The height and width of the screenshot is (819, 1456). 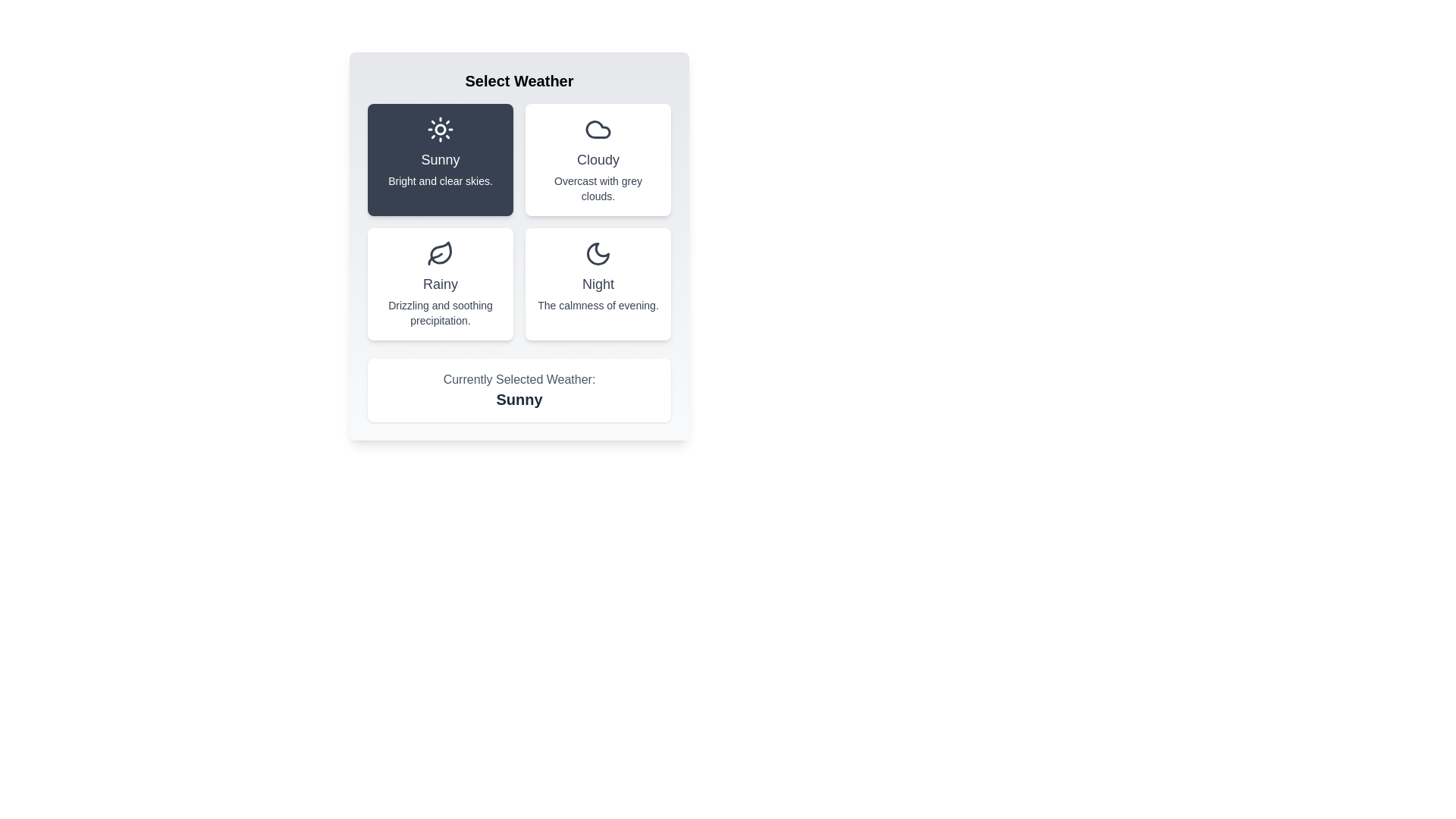 I want to click on the weather button Cloudy to observe its hover effect, so click(x=597, y=160).